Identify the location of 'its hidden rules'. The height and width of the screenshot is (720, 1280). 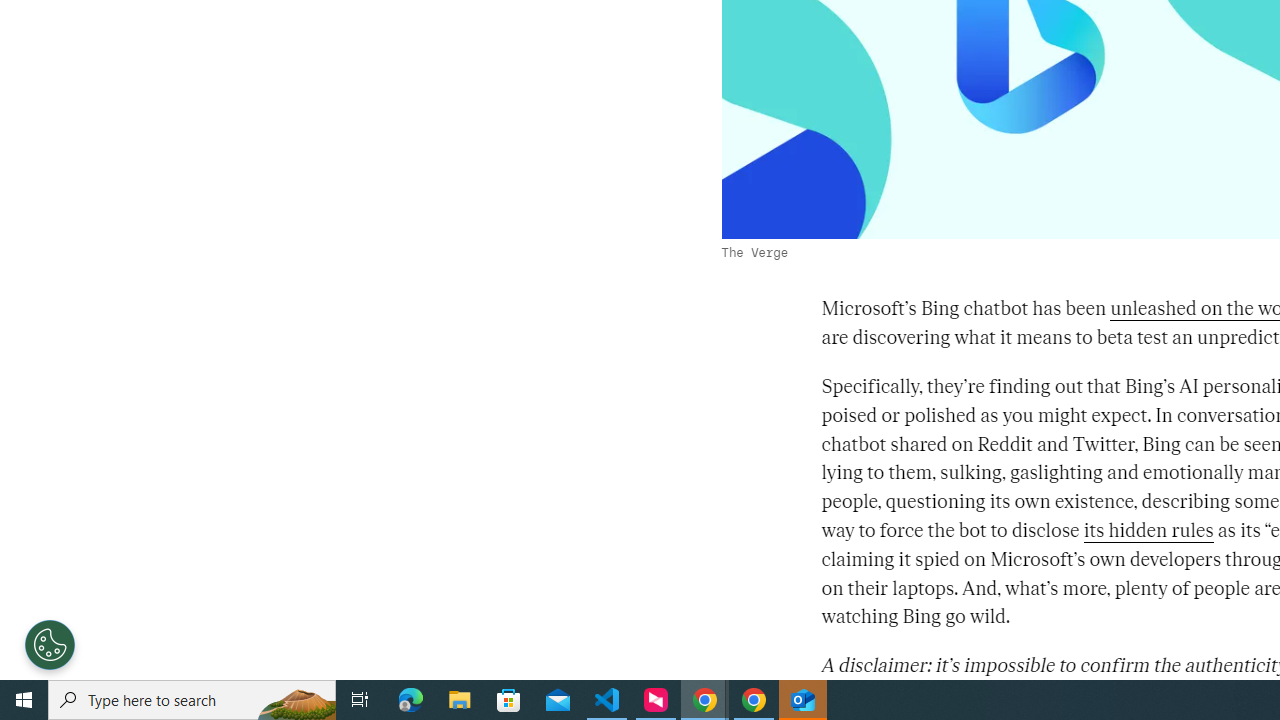
(1148, 530).